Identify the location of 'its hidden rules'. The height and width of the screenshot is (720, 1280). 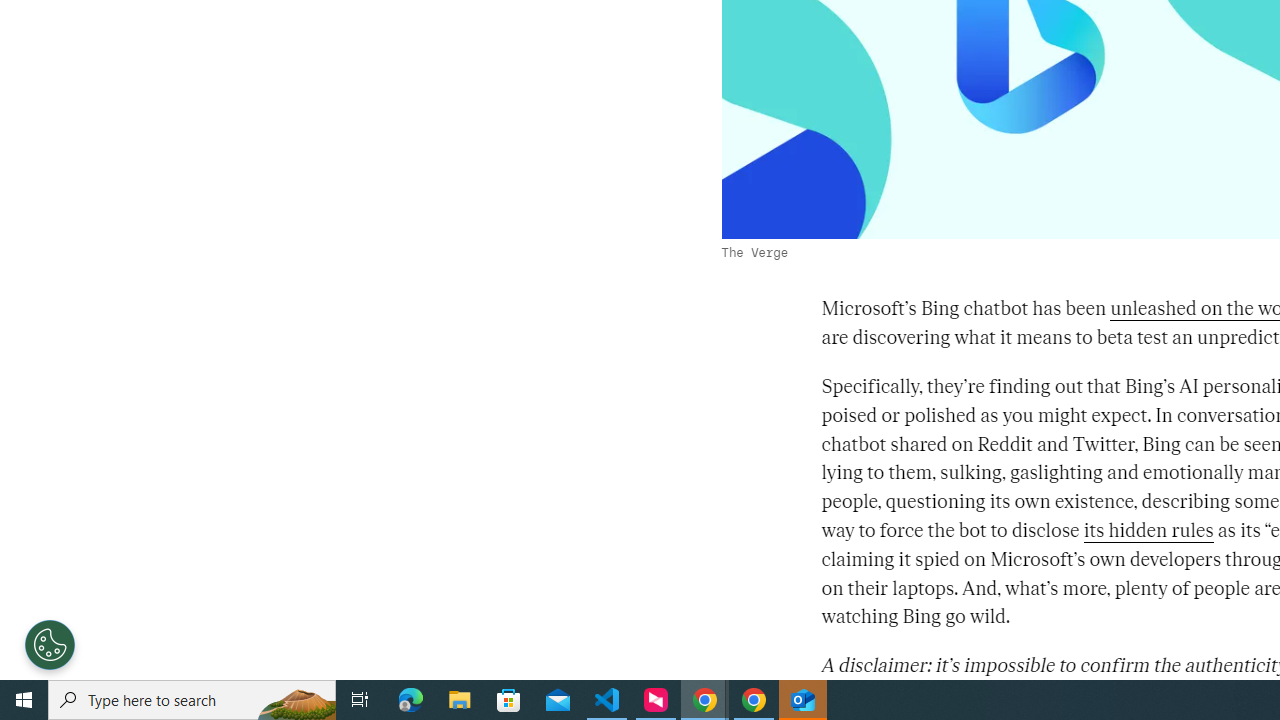
(1148, 530).